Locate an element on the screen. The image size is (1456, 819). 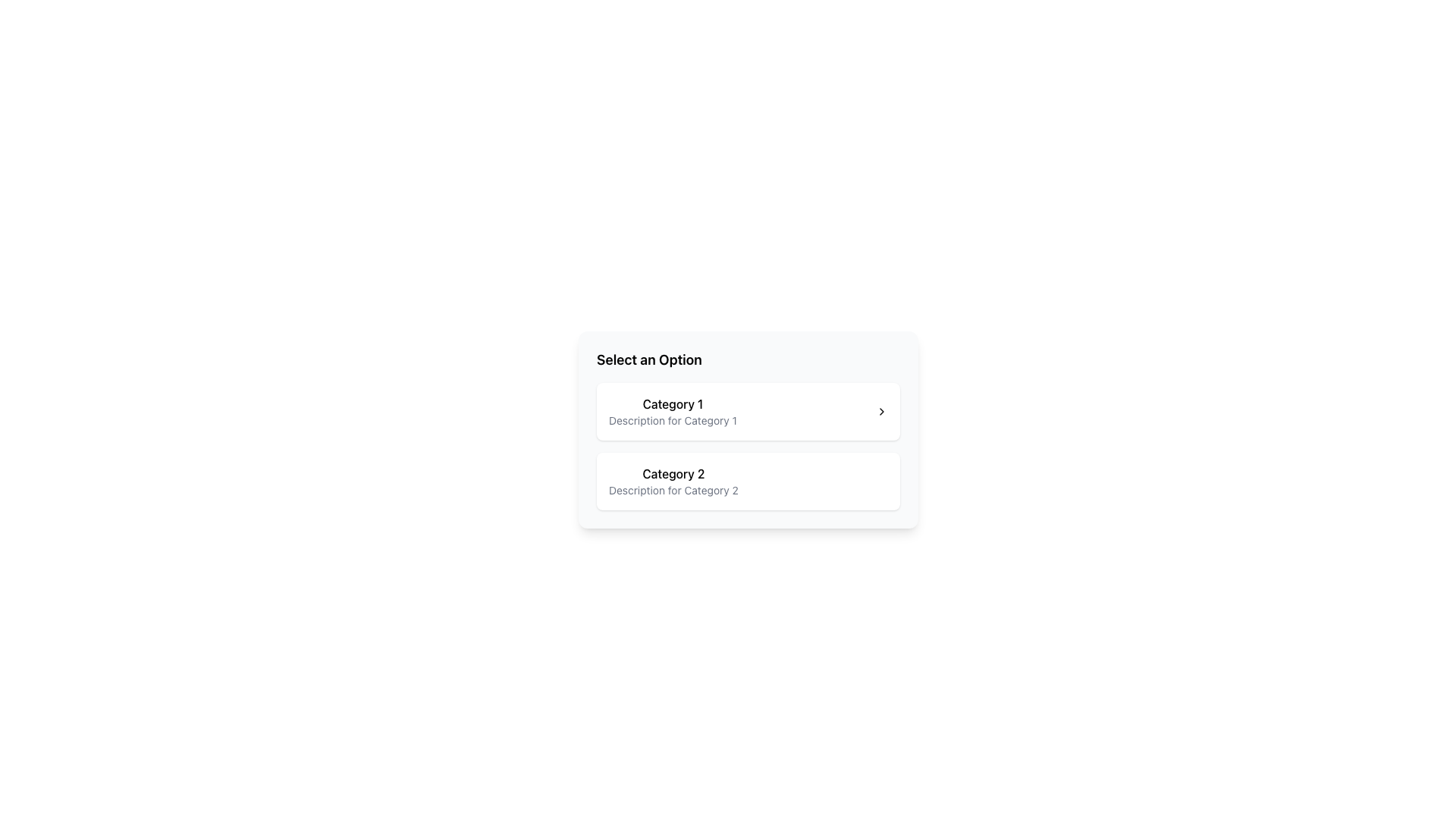
text element displaying 'Description for Category 2', which is styled in a smaller gray font and located directly below the heading 'Category 2' is located at coordinates (673, 491).